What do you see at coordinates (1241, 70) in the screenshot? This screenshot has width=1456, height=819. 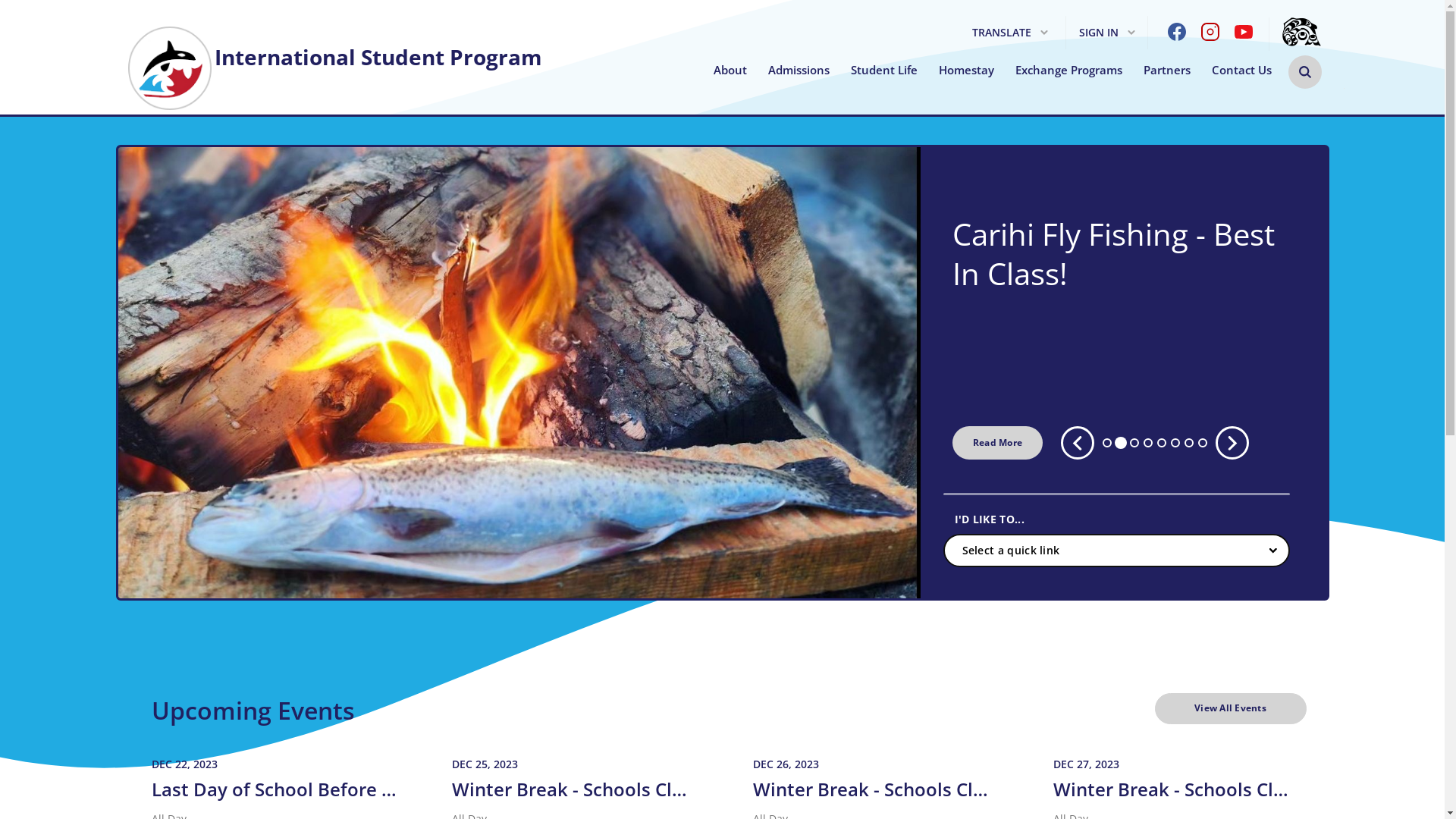 I see `'Contact Us'` at bounding box center [1241, 70].